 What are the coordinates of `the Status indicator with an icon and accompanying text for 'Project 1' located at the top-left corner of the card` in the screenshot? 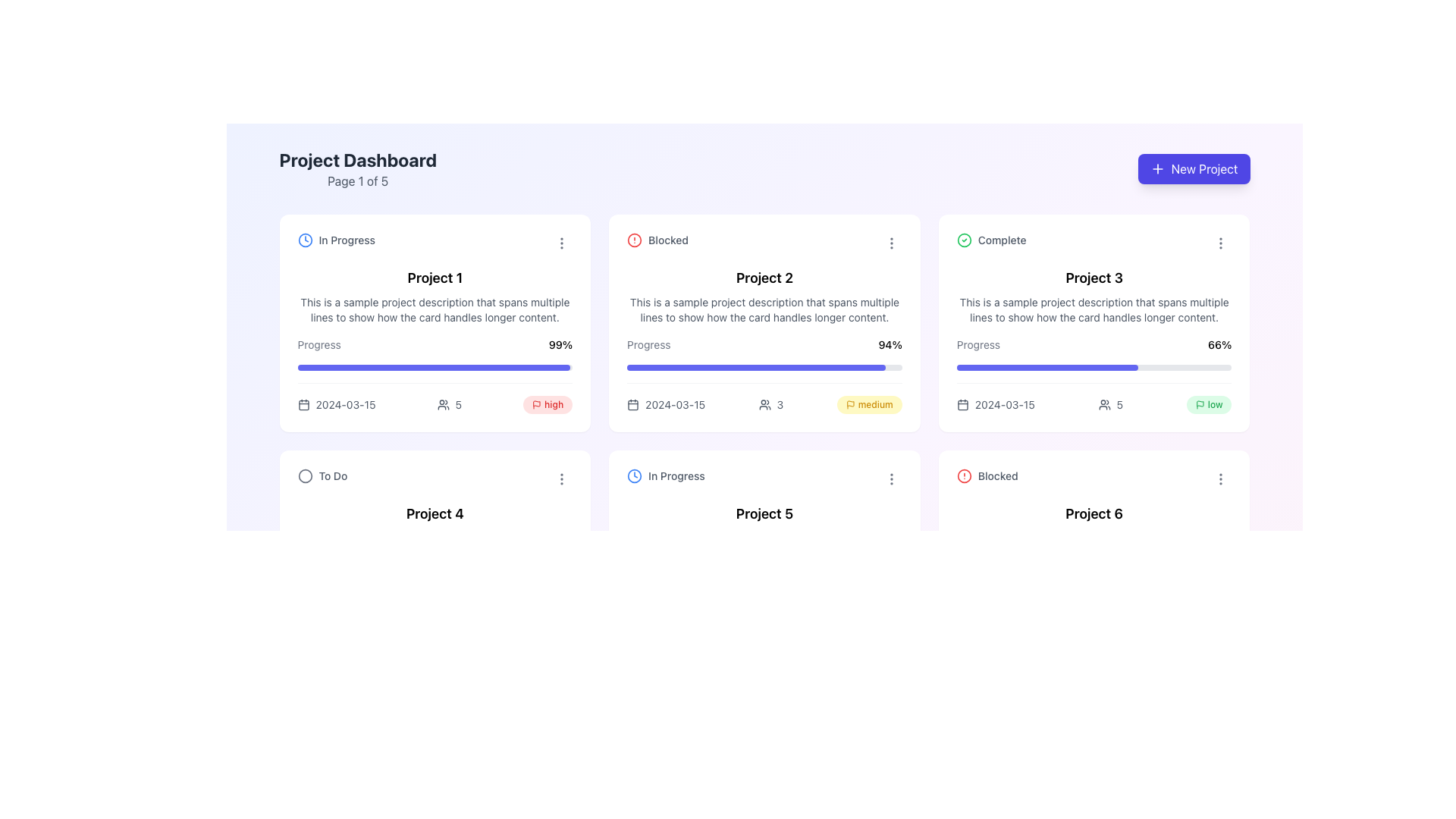 It's located at (335, 239).